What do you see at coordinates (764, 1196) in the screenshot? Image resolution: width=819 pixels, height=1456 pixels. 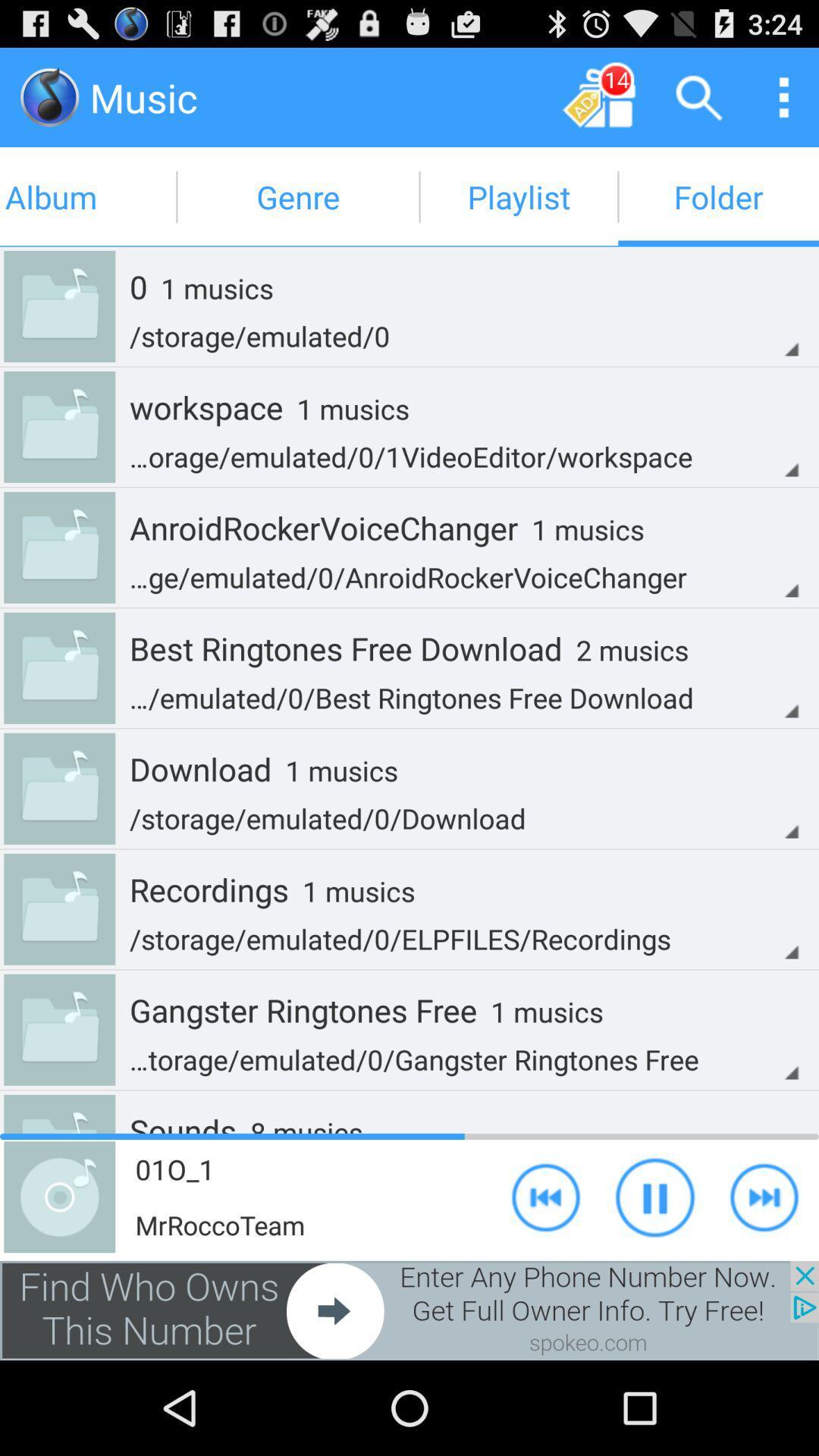 I see `skip to next` at bounding box center [764, 1196].